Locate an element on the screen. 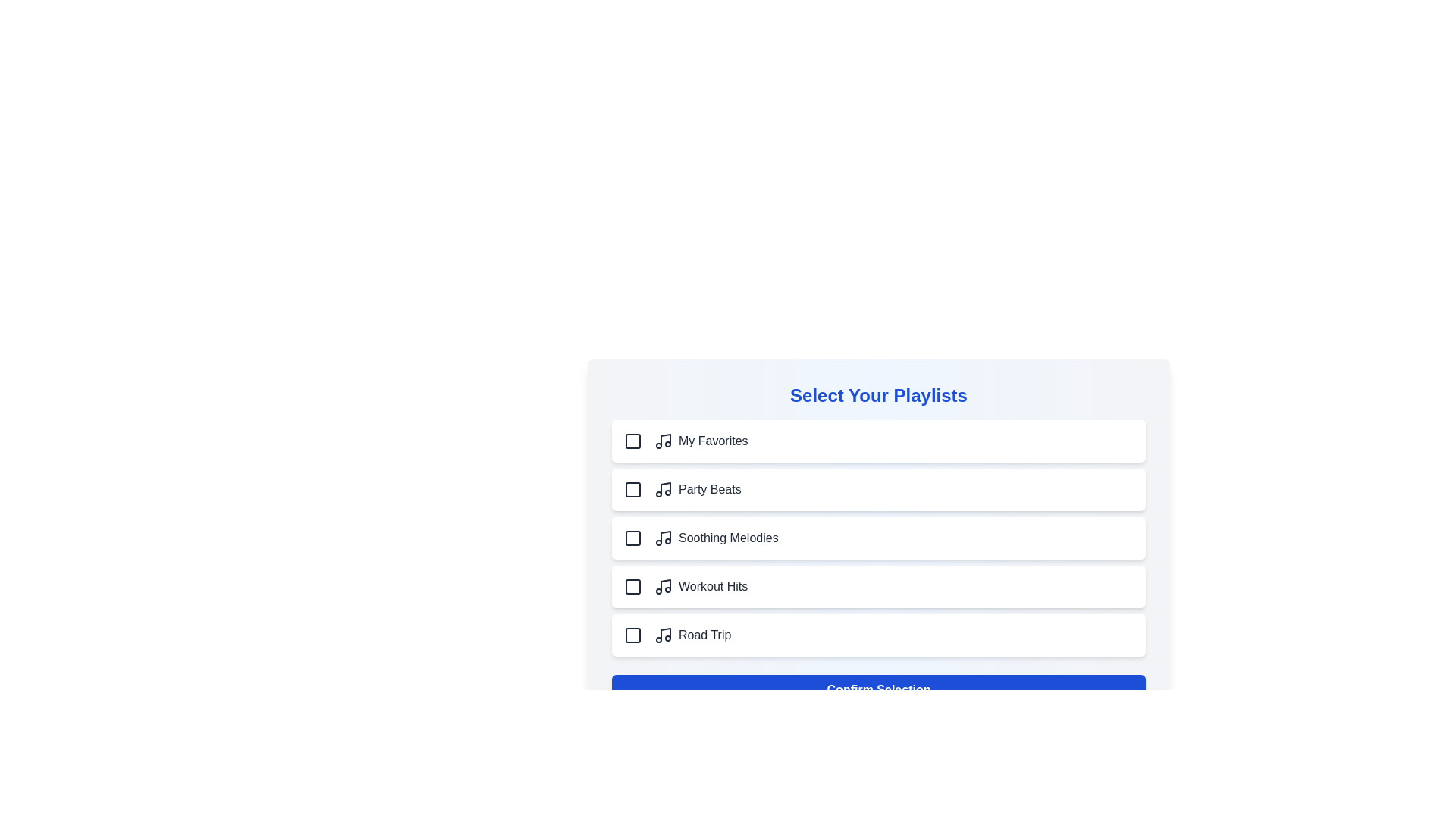 Image resolution: width=1456 pixels, height=819 pixels. the playlist item Soothing Melodies to toggle its selection state is located at coordinates (878, 537).